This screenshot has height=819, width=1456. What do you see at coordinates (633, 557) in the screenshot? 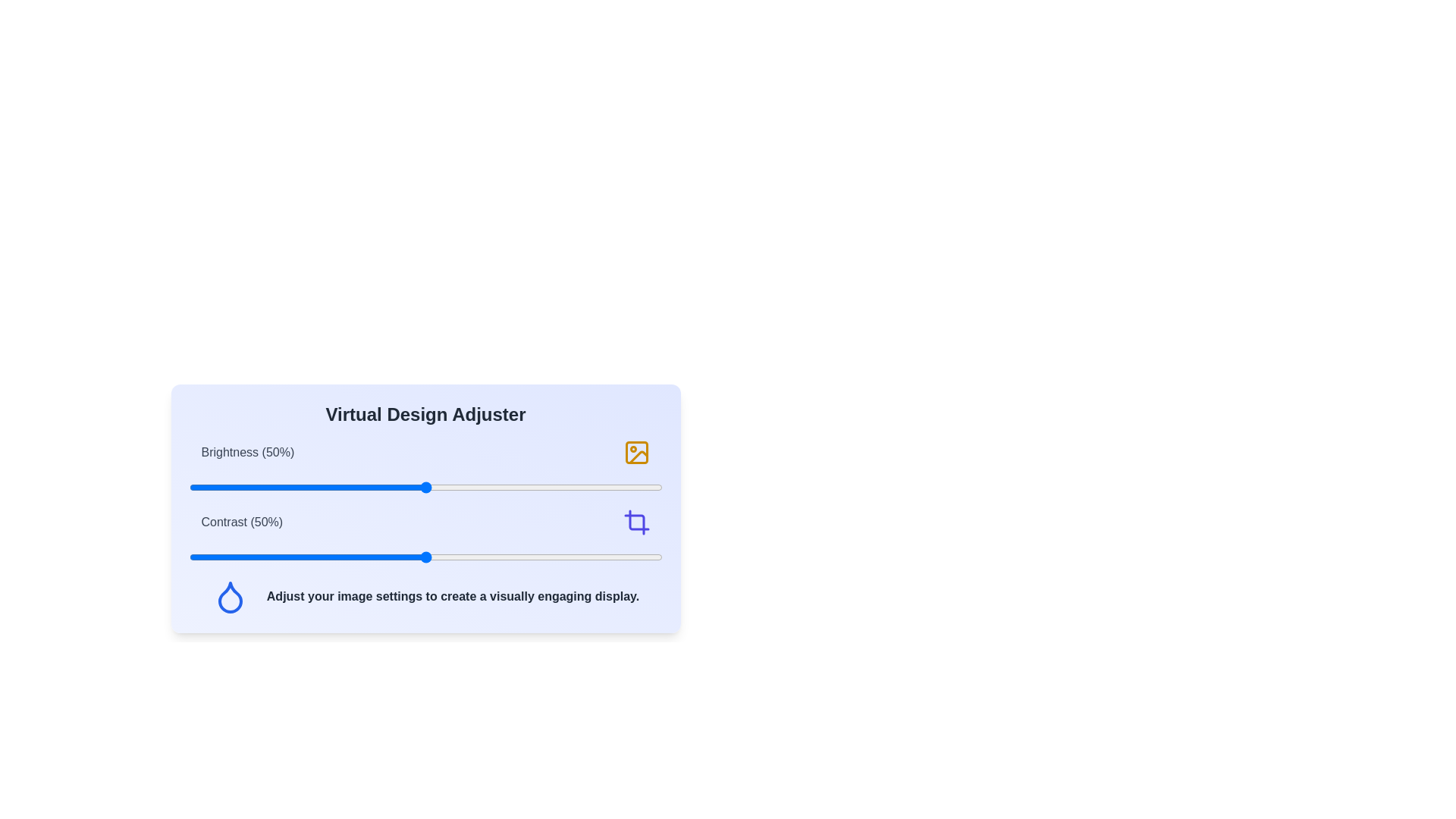
I see `the contrast slider to set the contrast level to 94` at bounding box center [633, 557].